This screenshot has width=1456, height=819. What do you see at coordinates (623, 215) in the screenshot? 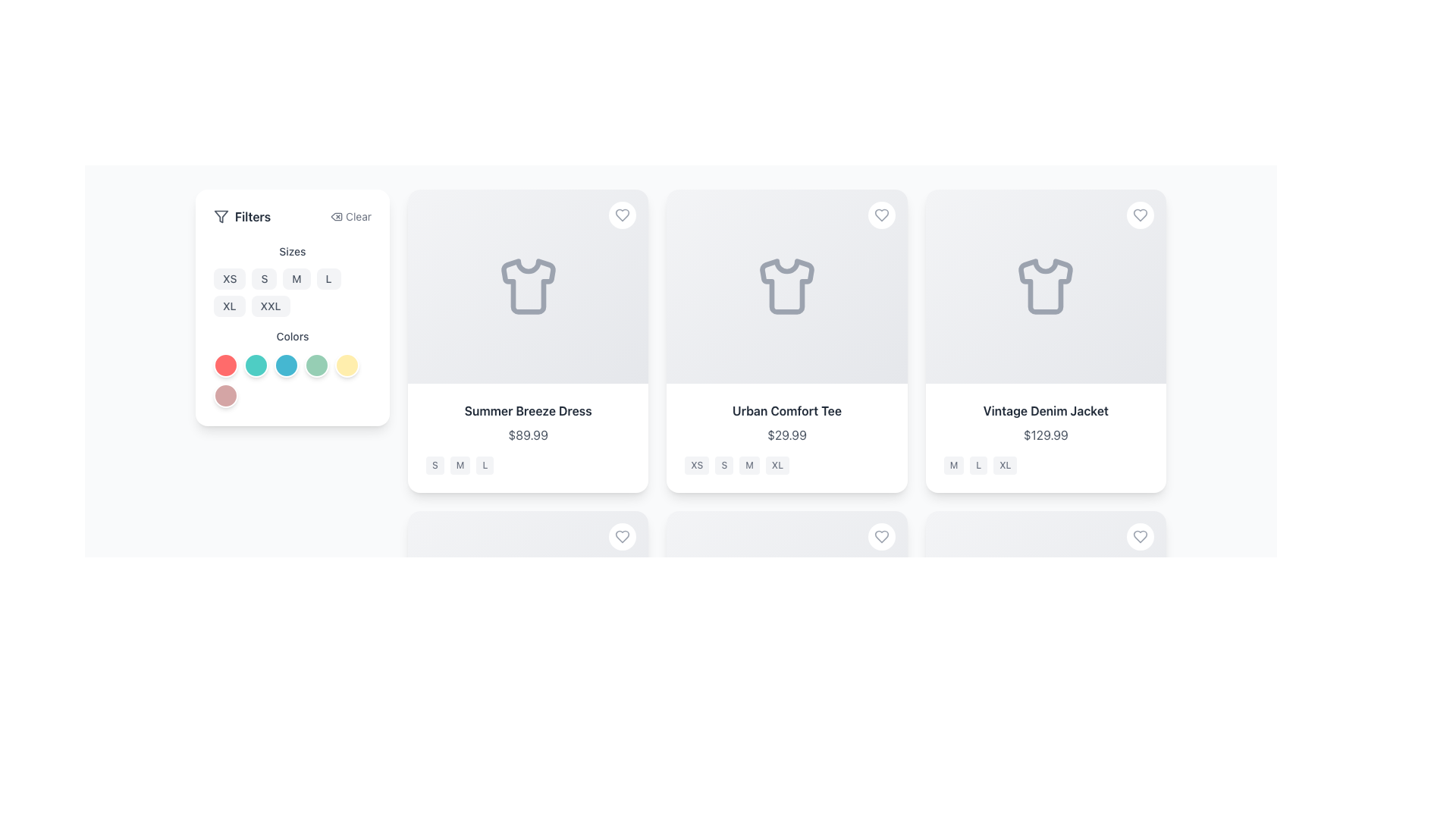
I see `the 'favorite' or 'like' button located in the top-right corner of the 'Summer Breeze Dress' product card` at bounding box center [623, 215].